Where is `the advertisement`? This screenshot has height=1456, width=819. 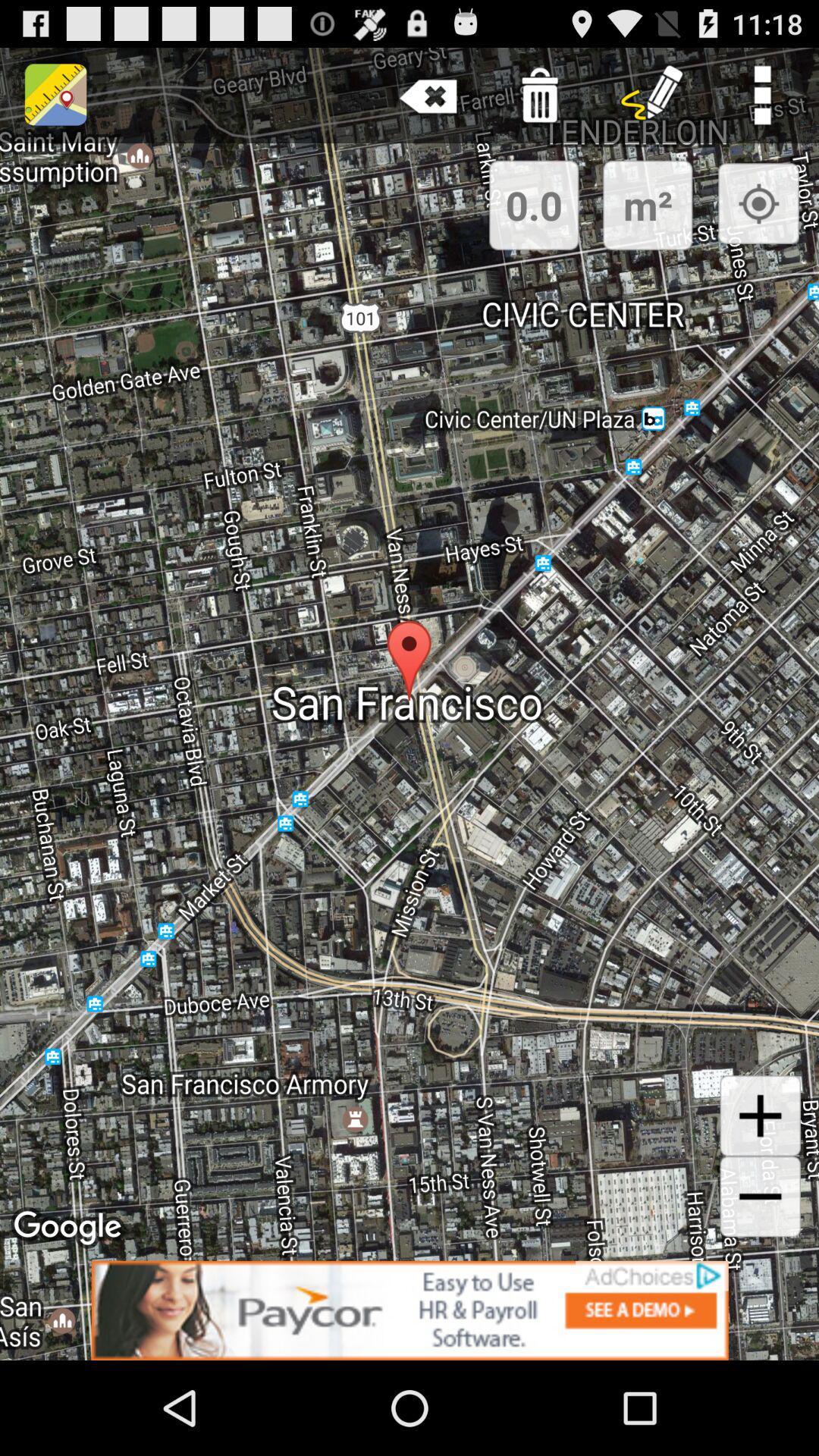
the advertisement is located at coordinates (409, 1310).